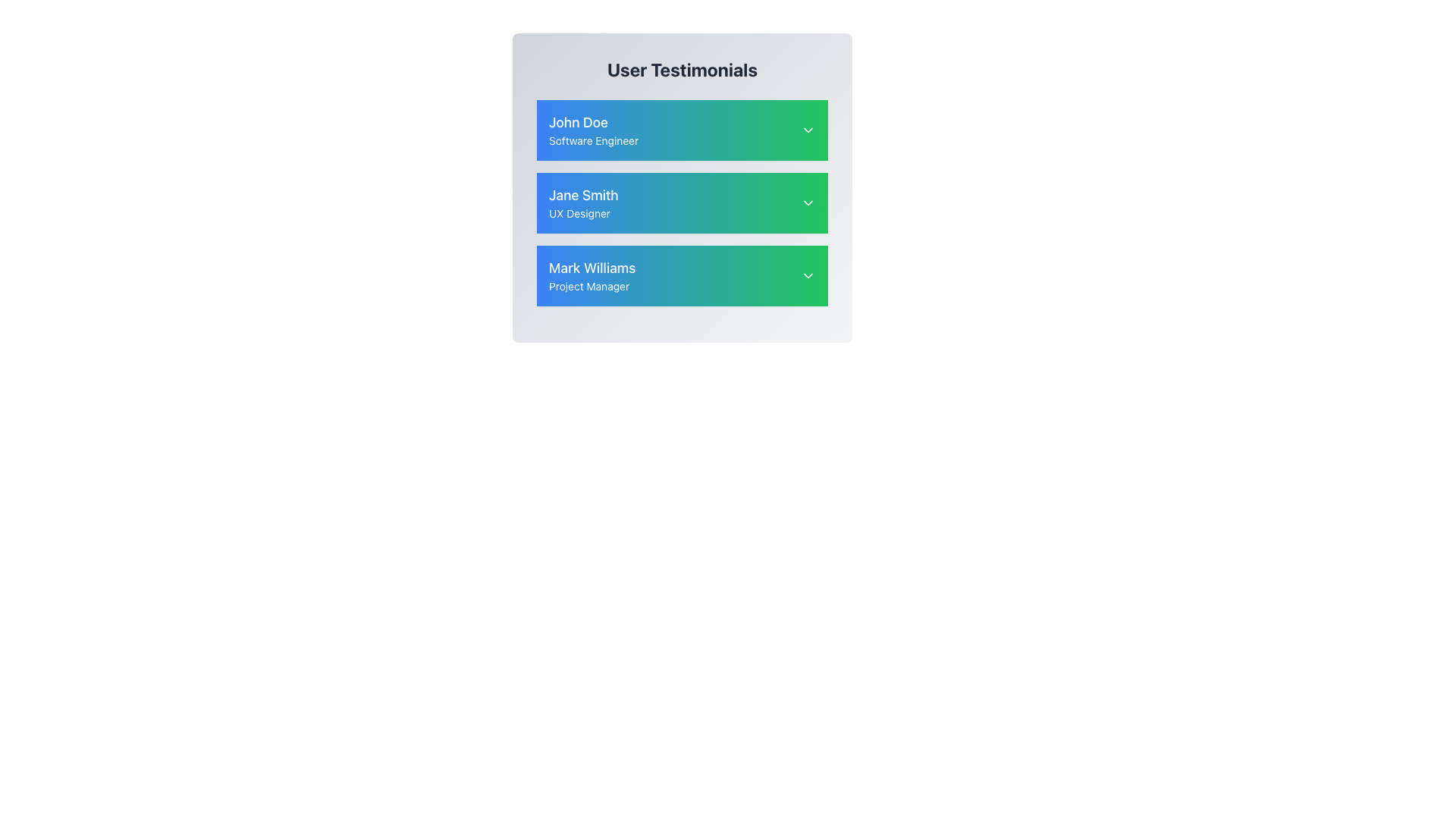 Image resolution: width=1456 pixels, height=819 pixels. Describe the element at coordinates (593, 140) in the screenshot. I see `the Text label indicating the profession or position of 'John Doe', located below his name in the first testimonial entry` at that location.